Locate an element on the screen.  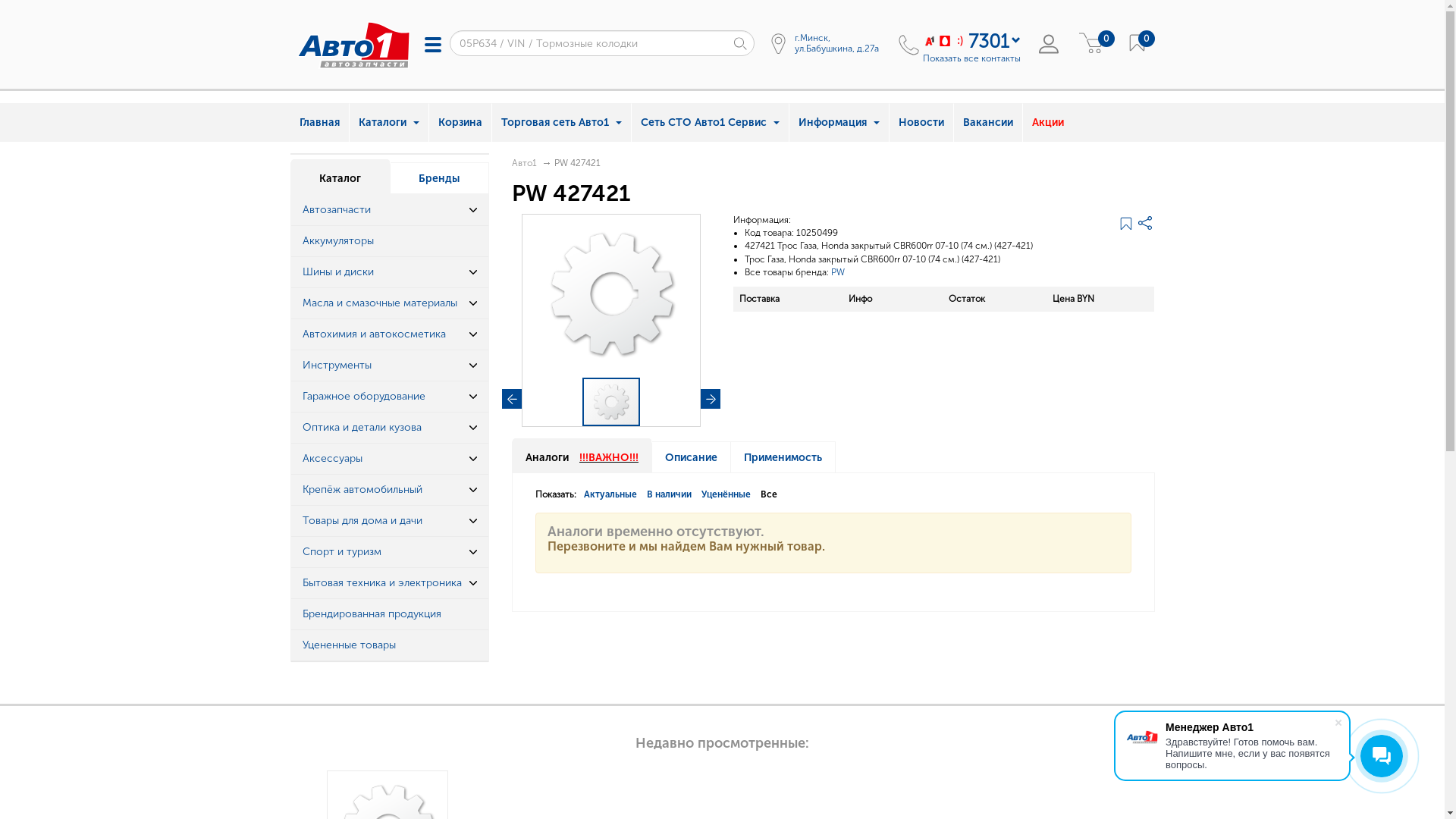
'Toggle navigation' is located at coordinates (416, 43).